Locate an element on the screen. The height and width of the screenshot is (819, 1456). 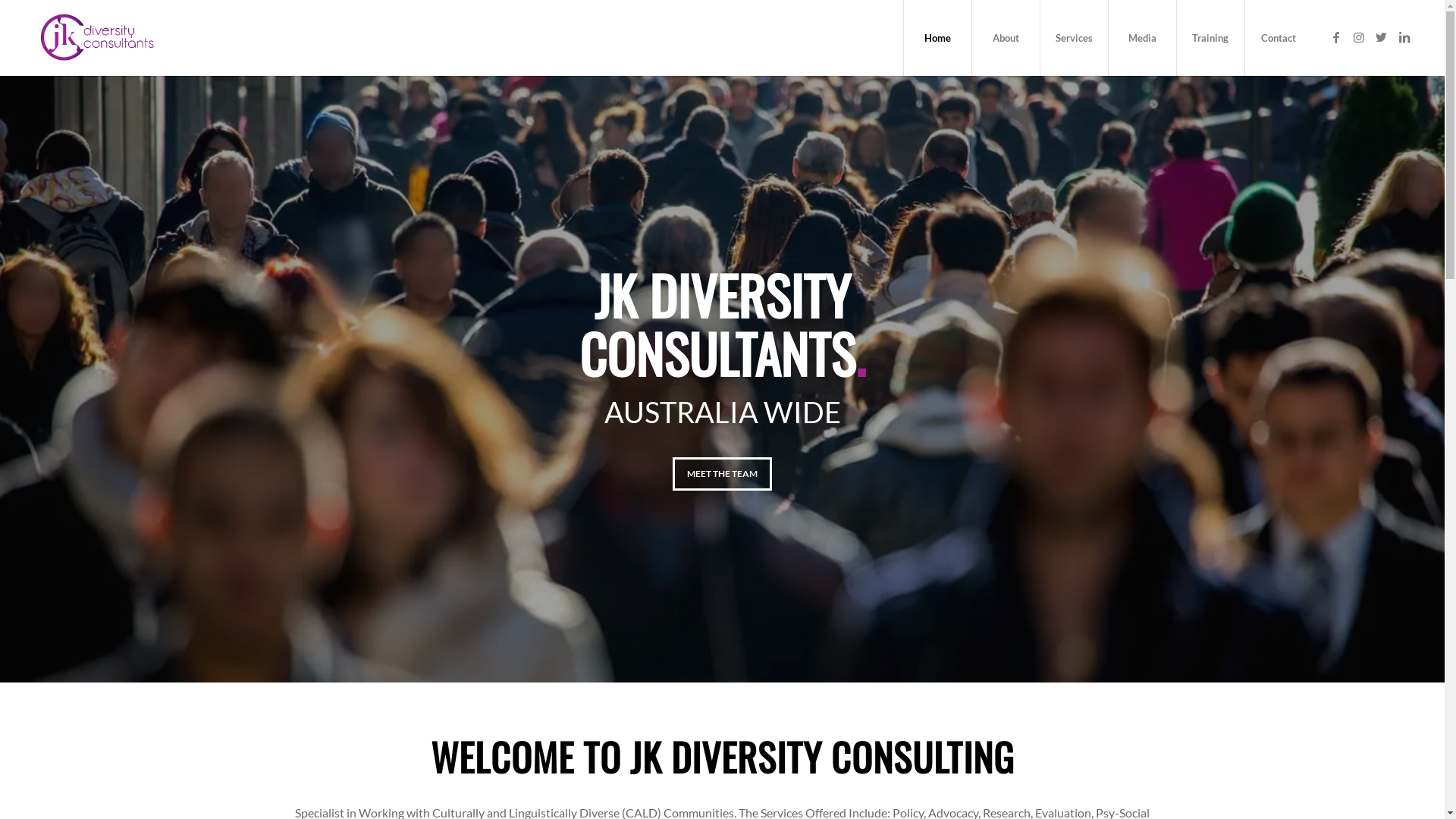
'LinkedIn' is located at coordinates (1404, 36).